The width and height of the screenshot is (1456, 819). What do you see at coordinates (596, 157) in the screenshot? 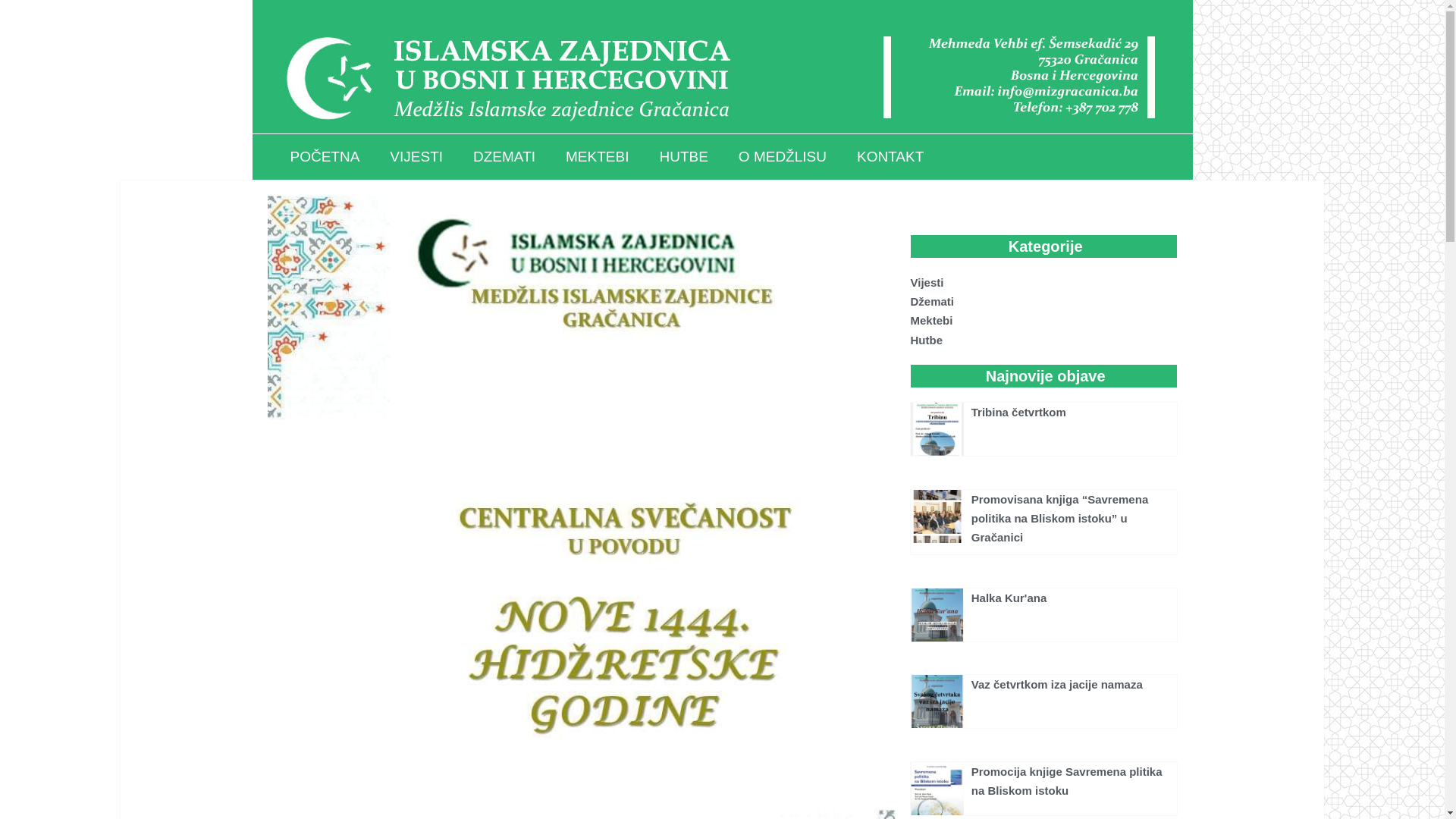
I see `'MEKTEBI'` at bounding box center [596, 157].